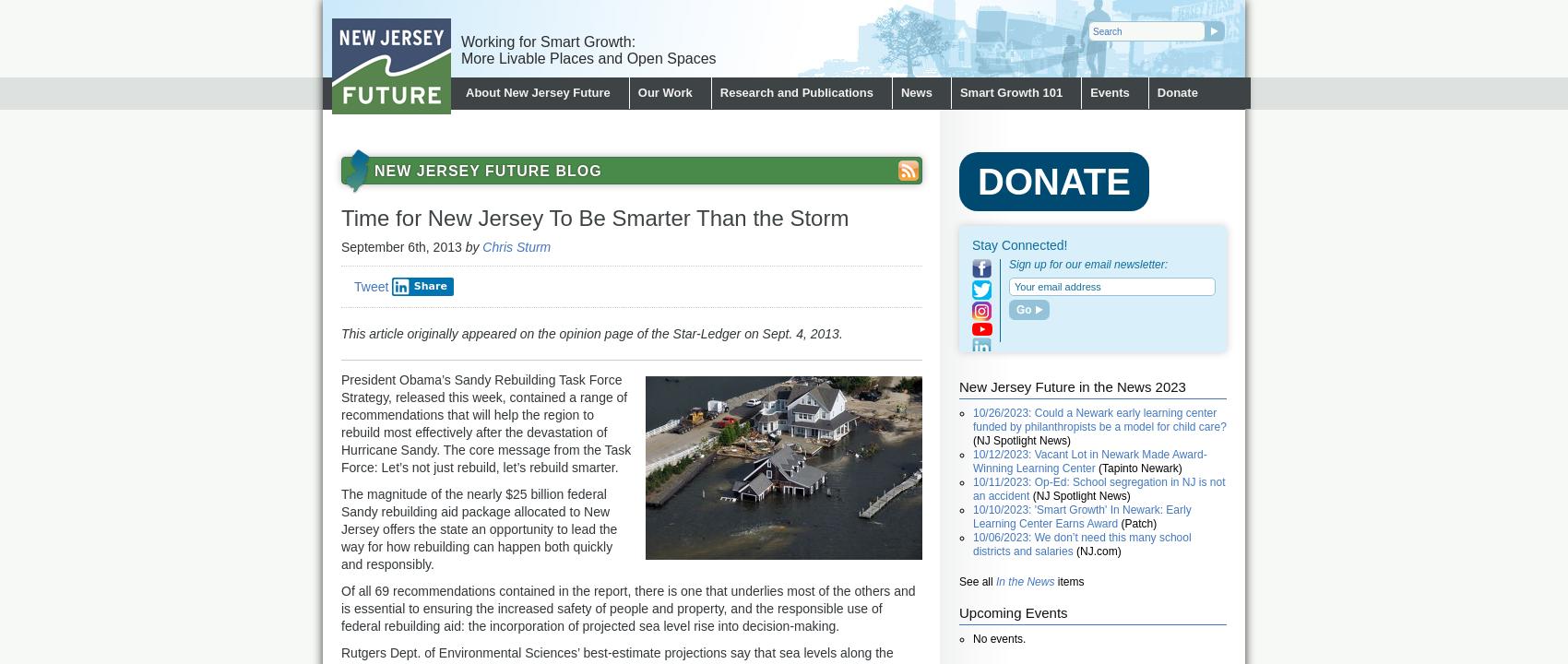 This screenshot has width=1568, height=664. Describe the element at coordinates (460, 41) in the screenshot. I see `'Working for Smart Growth:'` at that location.